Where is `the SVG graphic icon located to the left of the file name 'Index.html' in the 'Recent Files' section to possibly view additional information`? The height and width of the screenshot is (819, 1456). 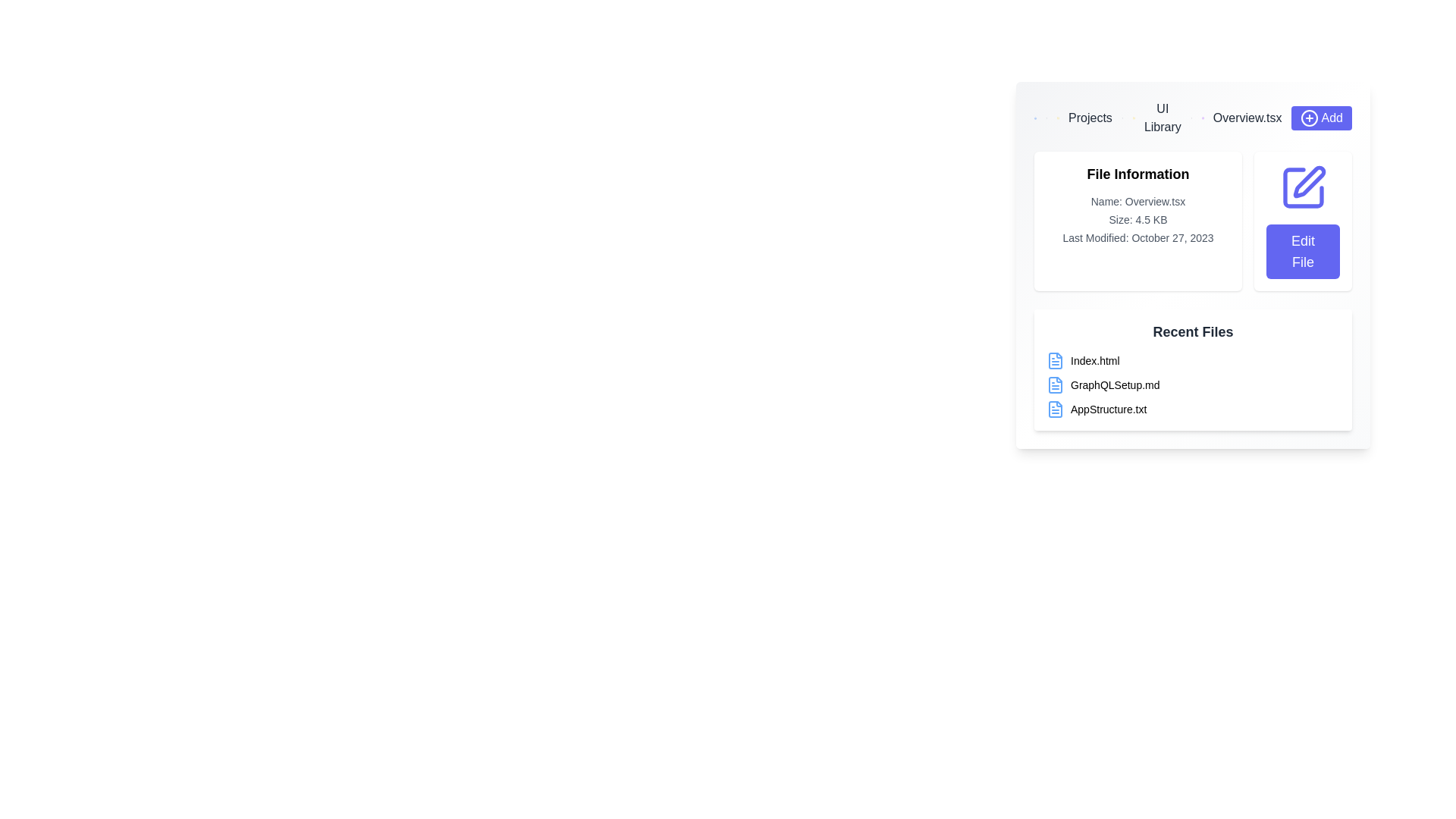 the SVG graphic icon located to the left of the file name 'Index.html' in the 'Recent Files' section to possibly view additional information is located at coordinates (1055, 360).